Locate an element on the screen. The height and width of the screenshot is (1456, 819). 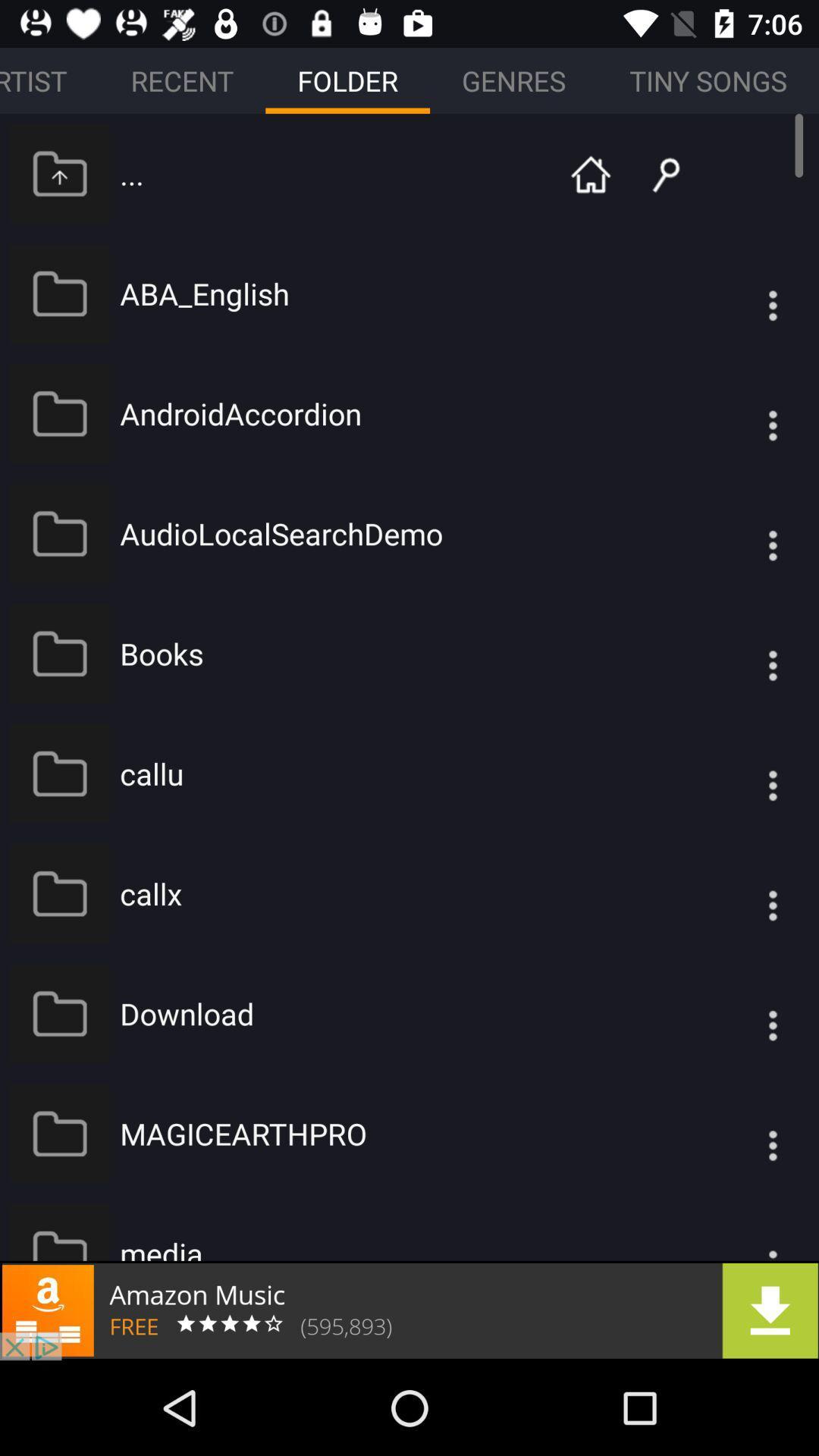
see file options is located at coordinates (742, 293).